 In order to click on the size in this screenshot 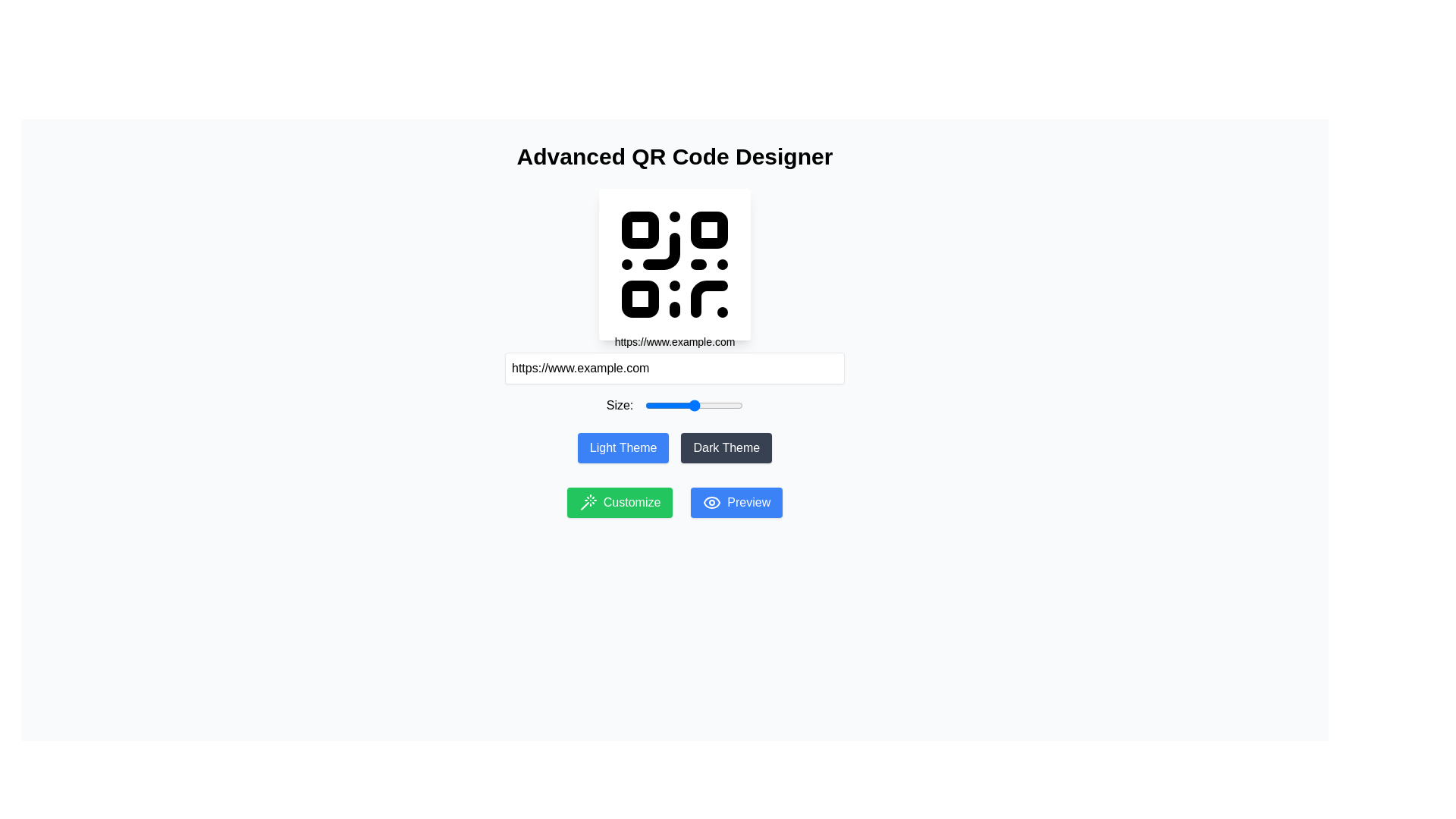, I will do `click(726, 405)`.